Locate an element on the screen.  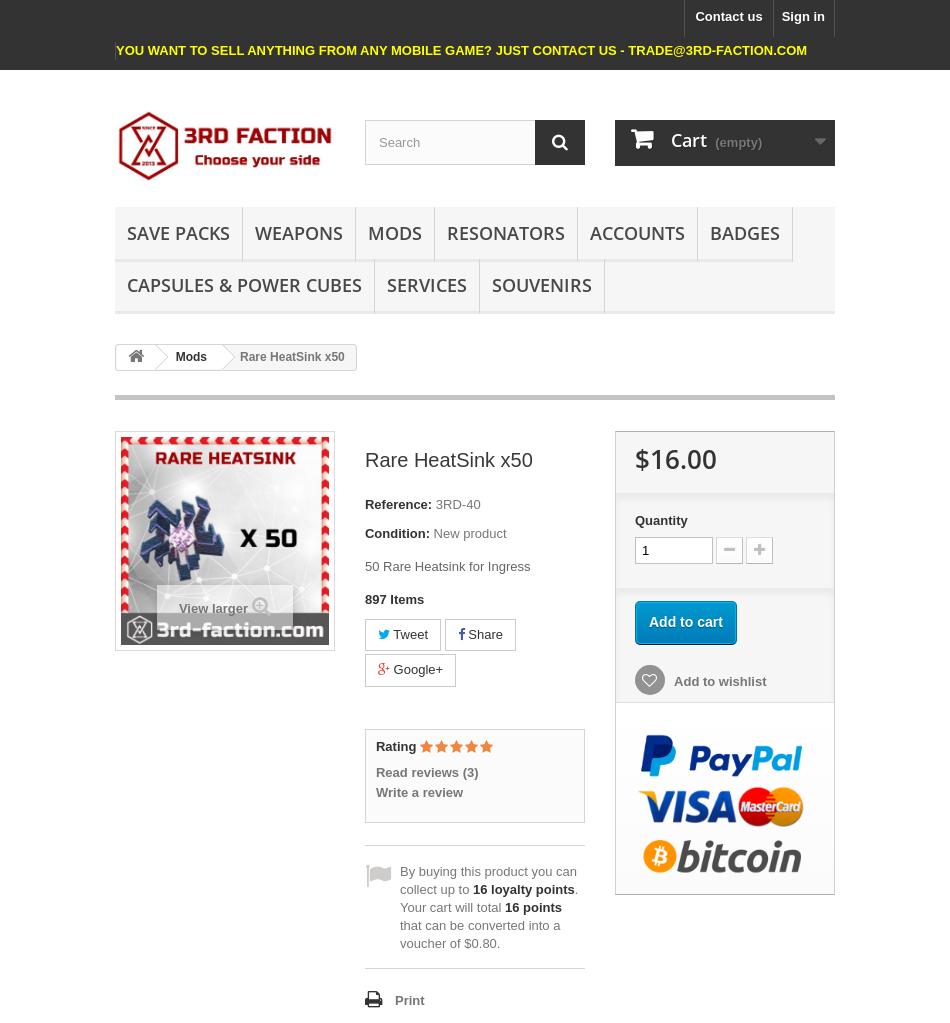
'3RD-40' is located at coordinates (456, 503).